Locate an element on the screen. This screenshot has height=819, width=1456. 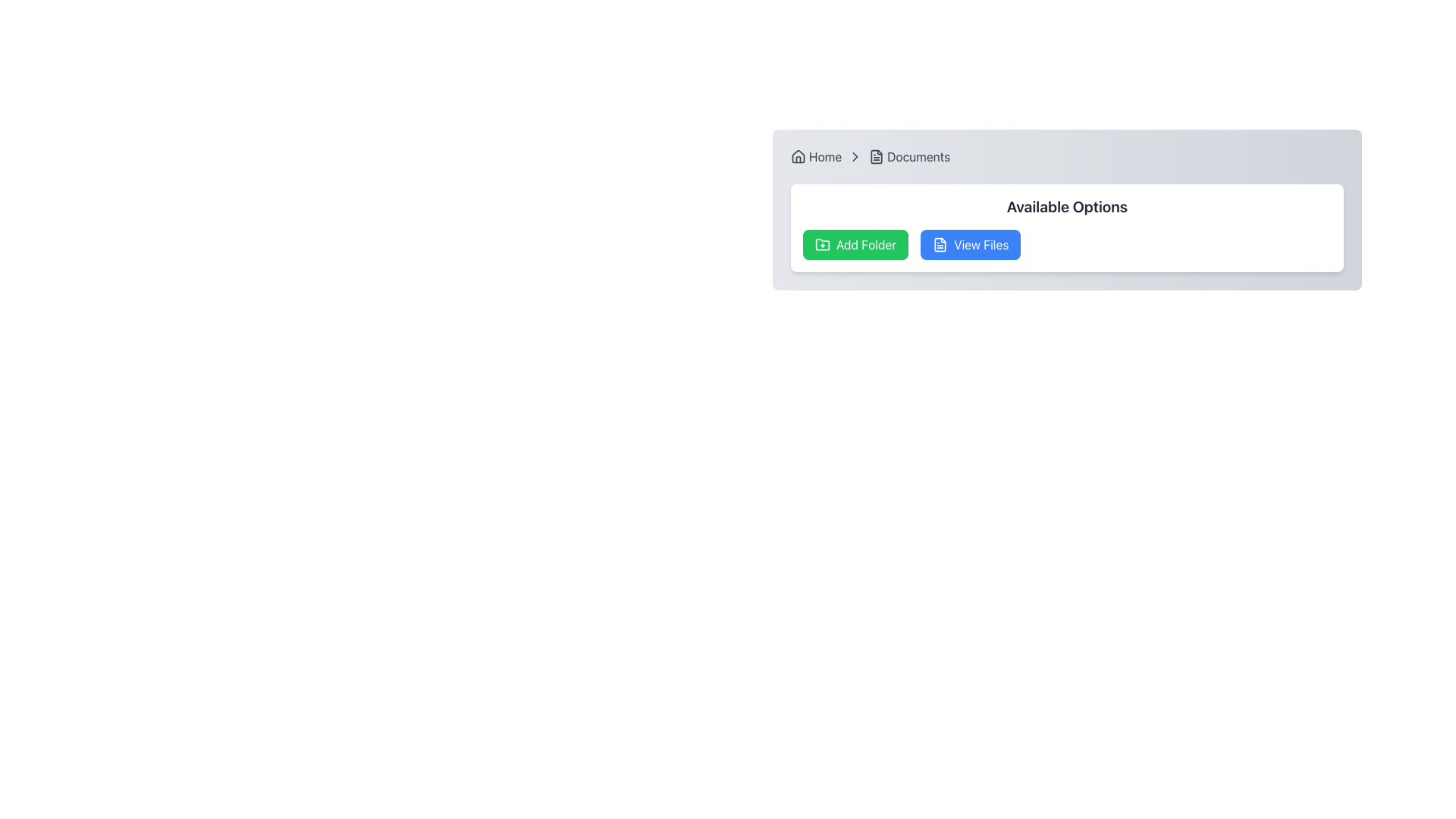
the 'Add Folder' text label, which is displayed in white on a green button with rounded corners, located towards the top-left side of the rectangular card is located at coordinates (866, 244).